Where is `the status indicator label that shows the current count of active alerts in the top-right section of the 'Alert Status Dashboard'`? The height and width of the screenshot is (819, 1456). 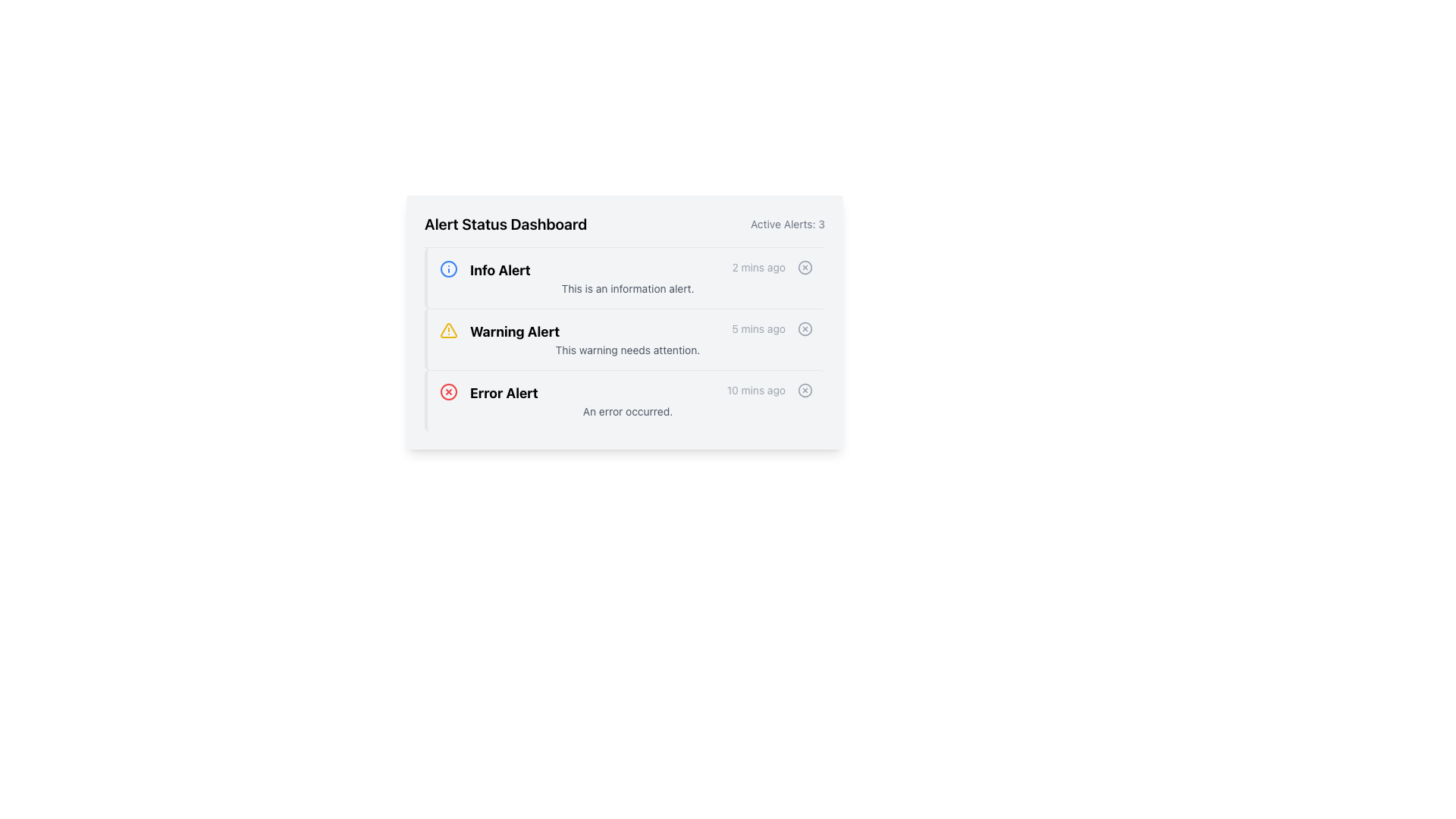
the status indicator label that shows the current count of active alerts in the top-right section of the 'Alert Status Dashboard' is located at coordinates (787, 224).